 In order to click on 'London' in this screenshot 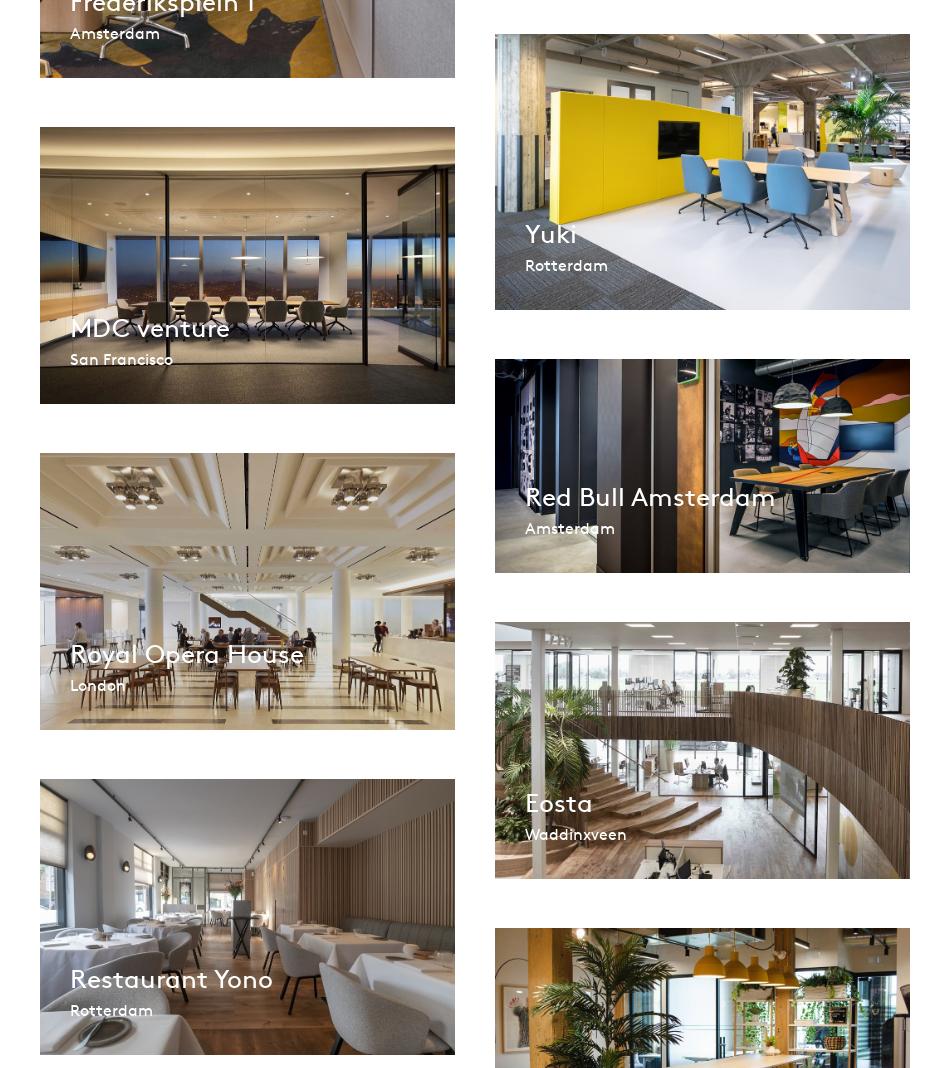, I will do `click(98, 683)`.